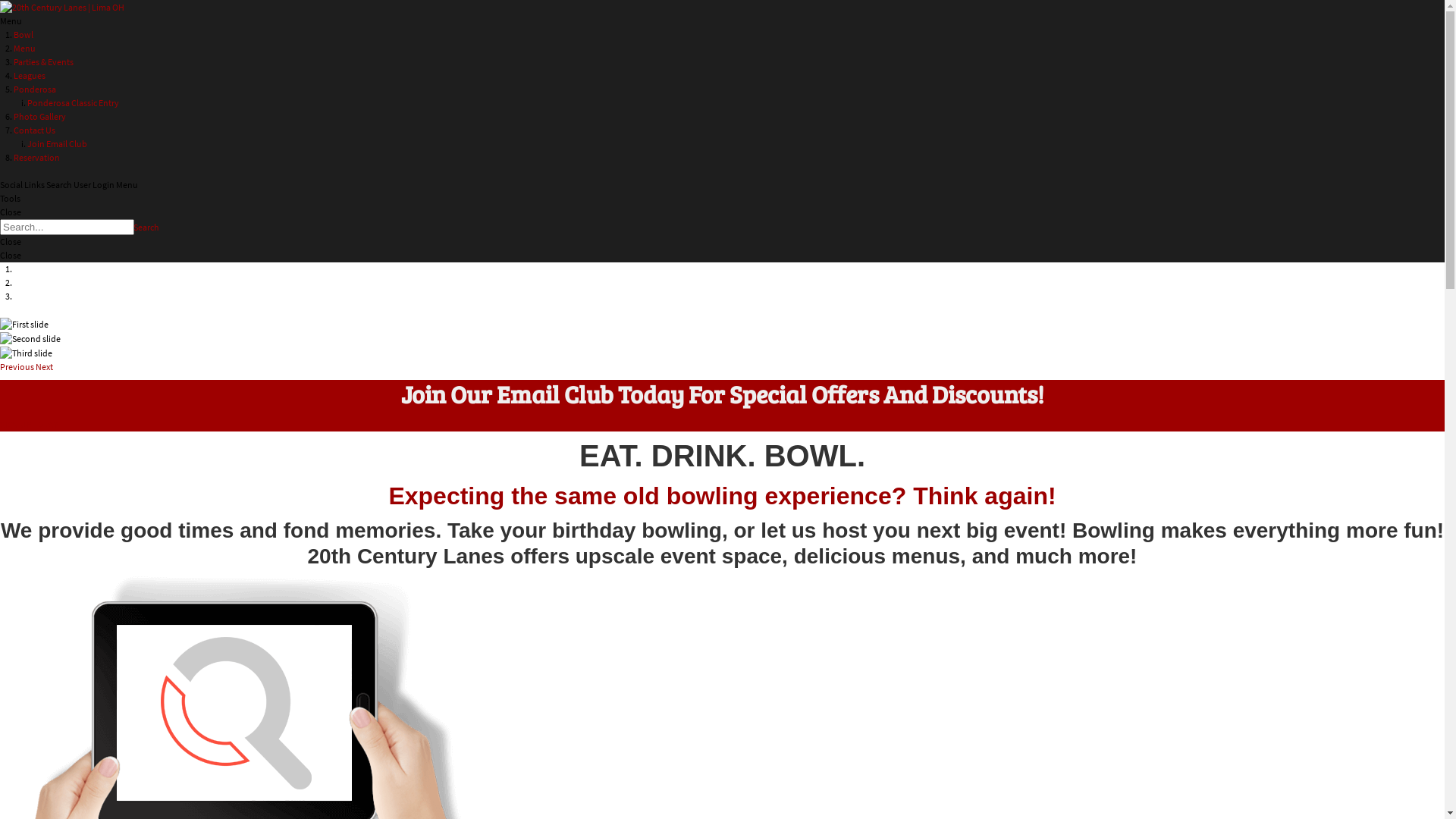 The width and height of the screenshot is (1456, 819). What do you see at coordinates (146, 227) in the screenshot?
I see `'Search'` at bounding box center [146, 227].